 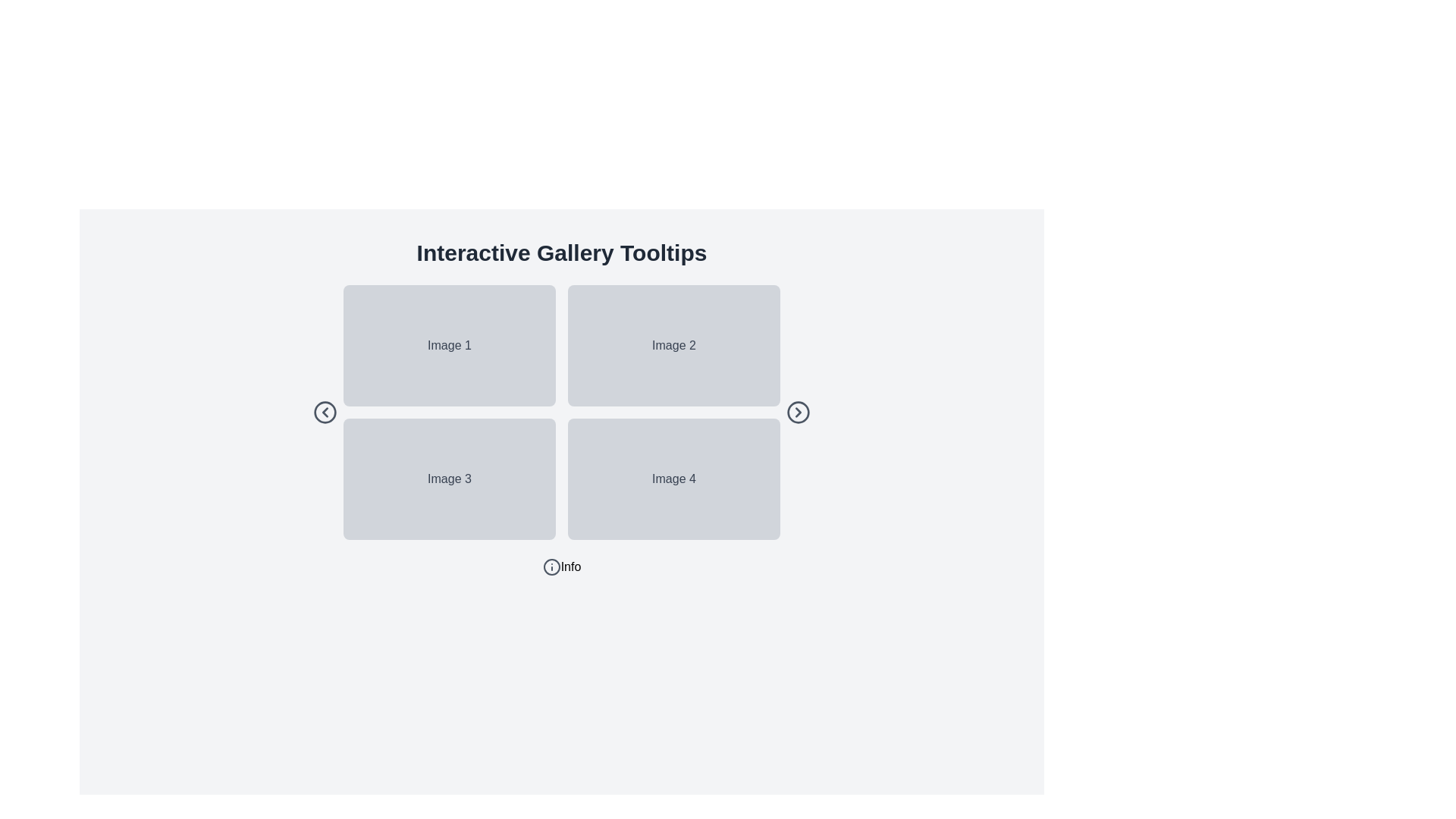 I want to click on the second card in the interactive gallery, located in the top-right position of the grid layout, so click(x=673, y=345).